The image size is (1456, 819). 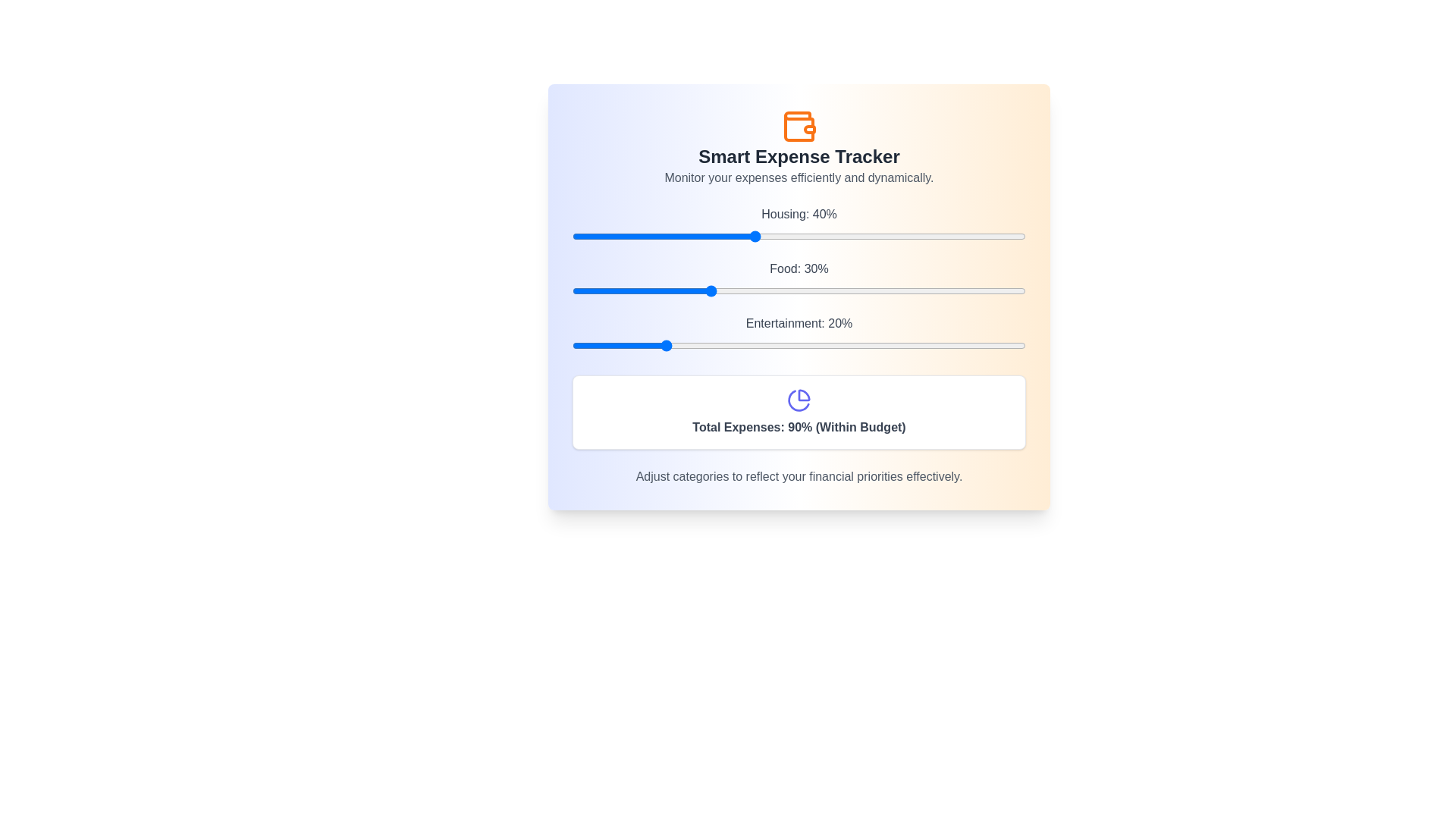 I want to click on the Food slider to set its value to 51%, so click(x=803, y=291).